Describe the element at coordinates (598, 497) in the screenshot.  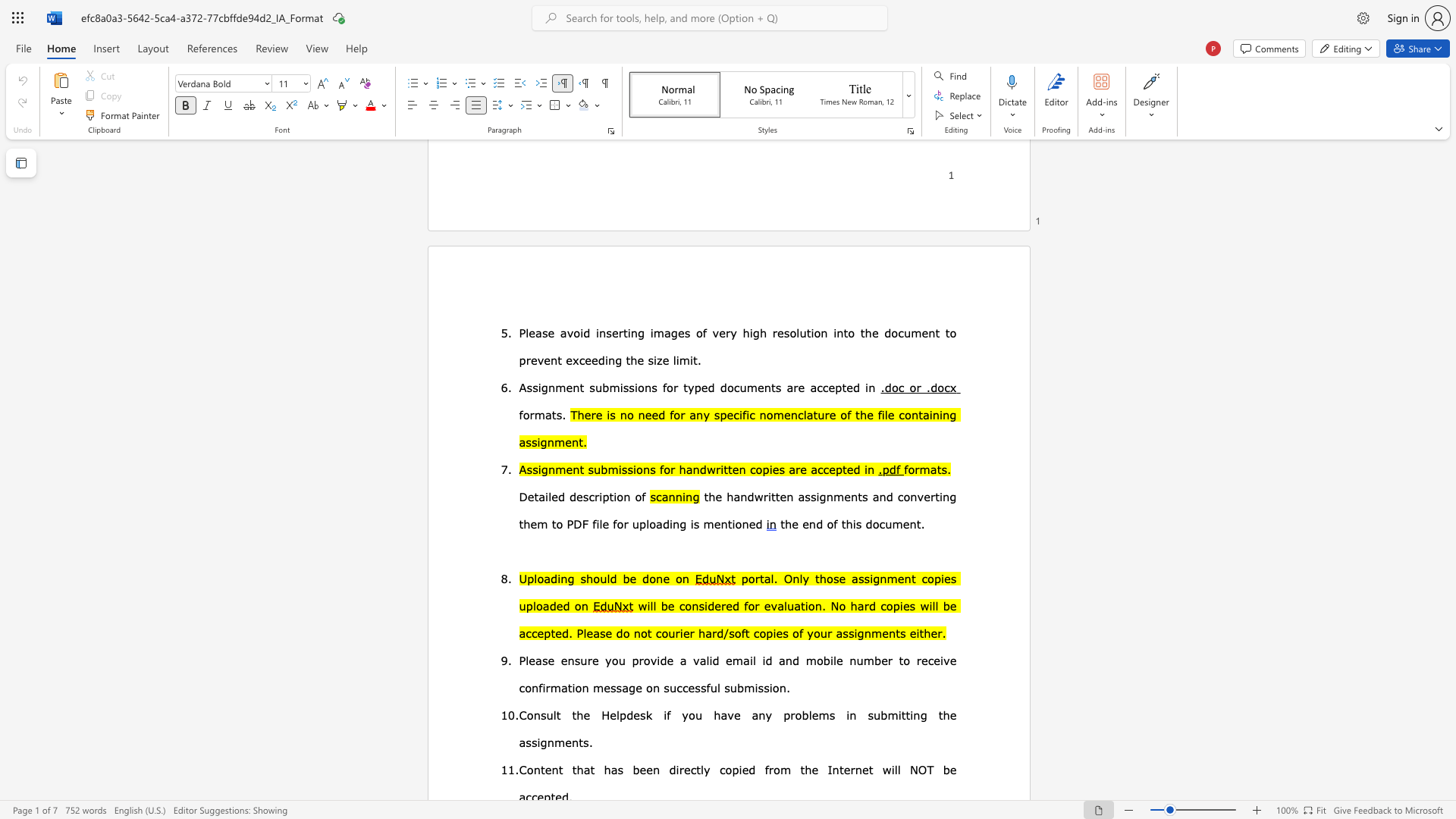
I see `the subset text "iption of" within the text "Detailed description of"` at that location.